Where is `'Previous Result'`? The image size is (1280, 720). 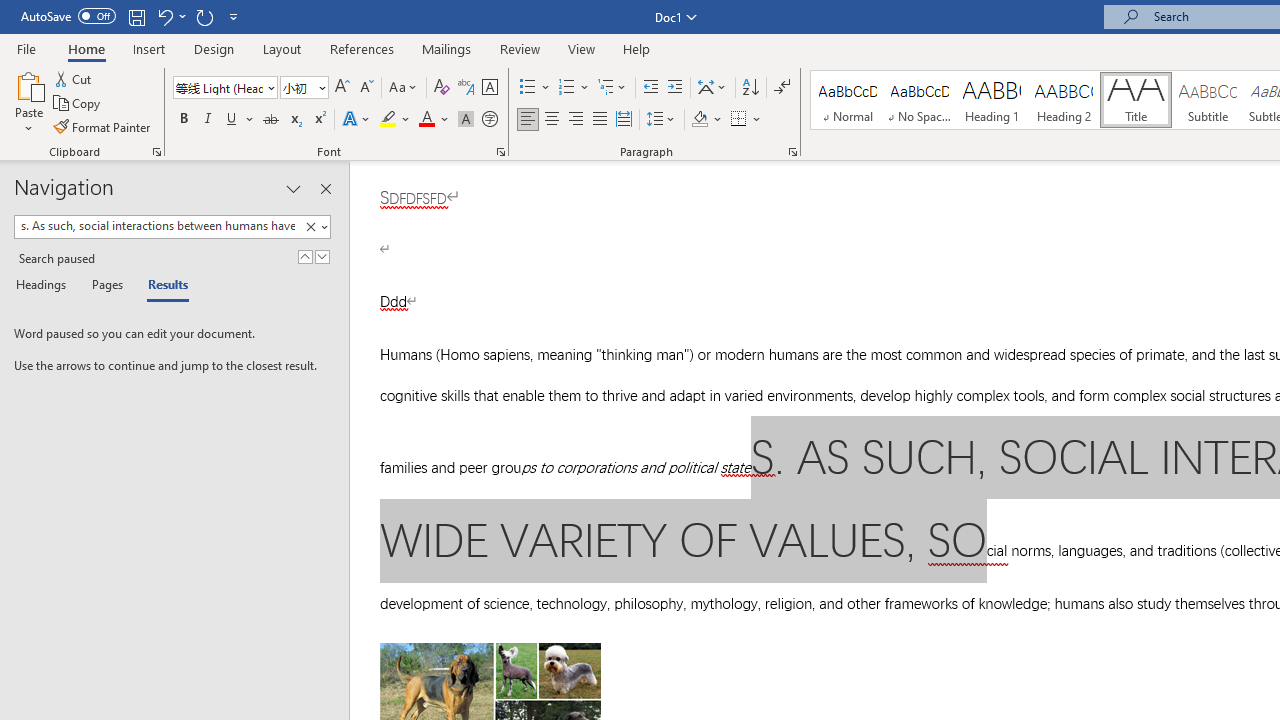
'Previous Result' is located at coordinates (304, 256).